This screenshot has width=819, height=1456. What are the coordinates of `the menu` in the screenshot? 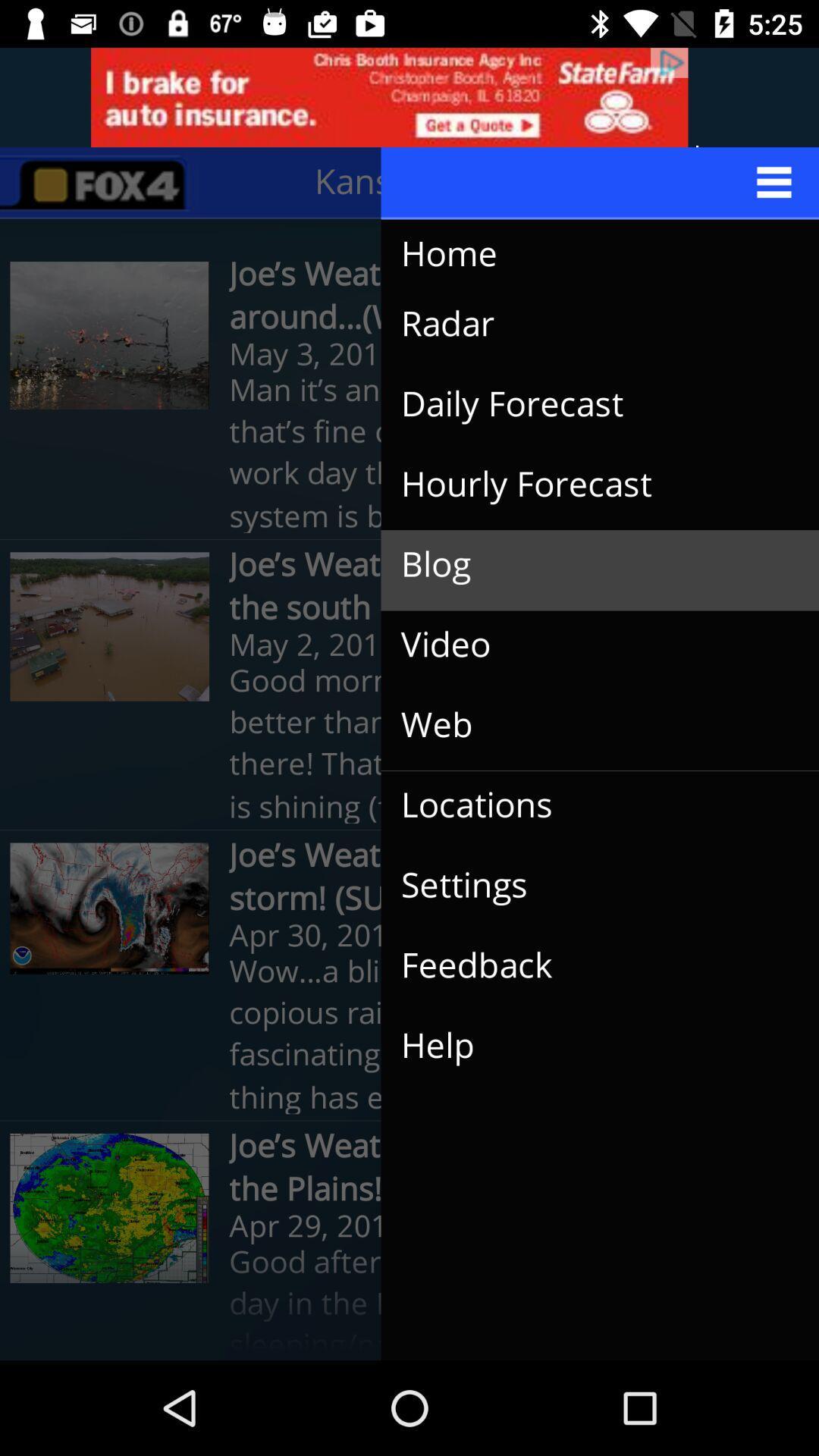 It's located at (599, 182).